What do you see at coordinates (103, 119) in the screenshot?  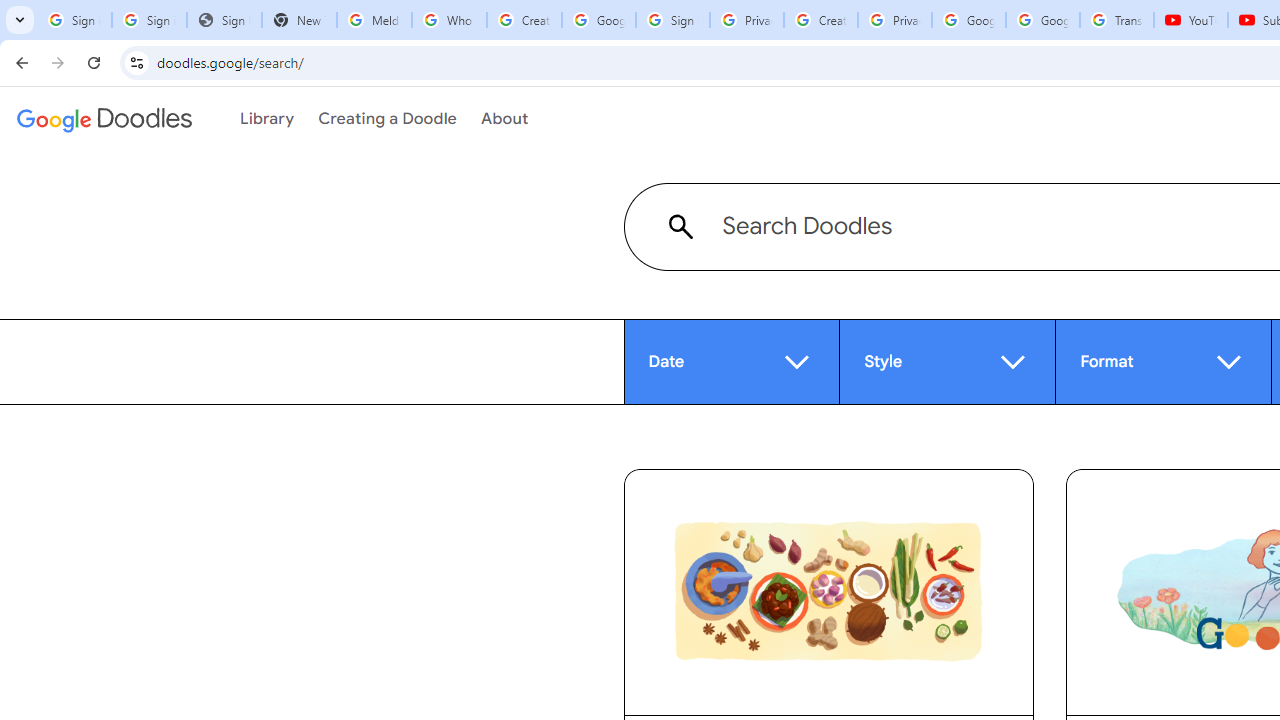 I see `'Google doodles'` at bounding box center [103, 119].